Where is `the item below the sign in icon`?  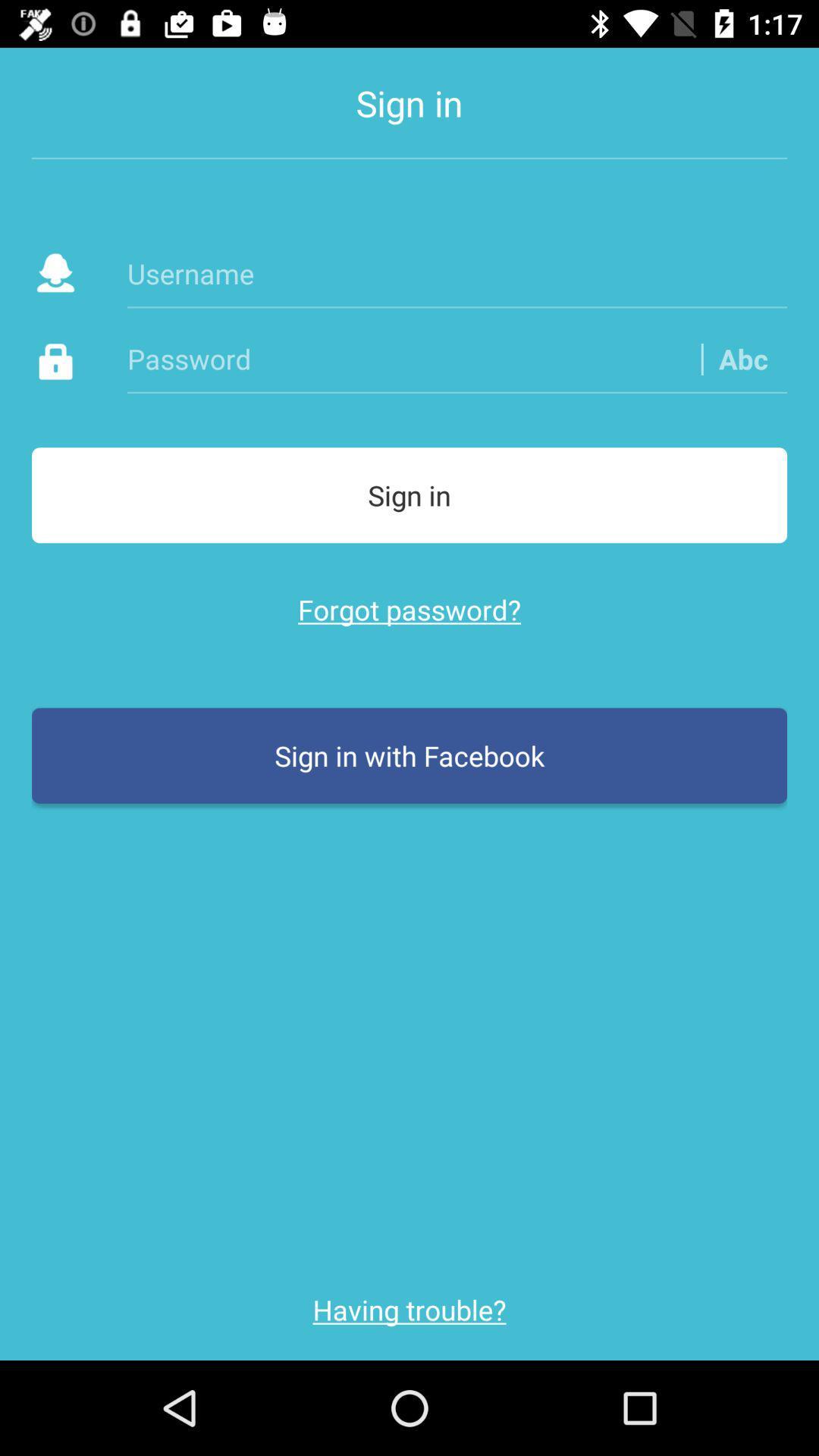
the item below the sign in icon is located at coordinates (409, 610).